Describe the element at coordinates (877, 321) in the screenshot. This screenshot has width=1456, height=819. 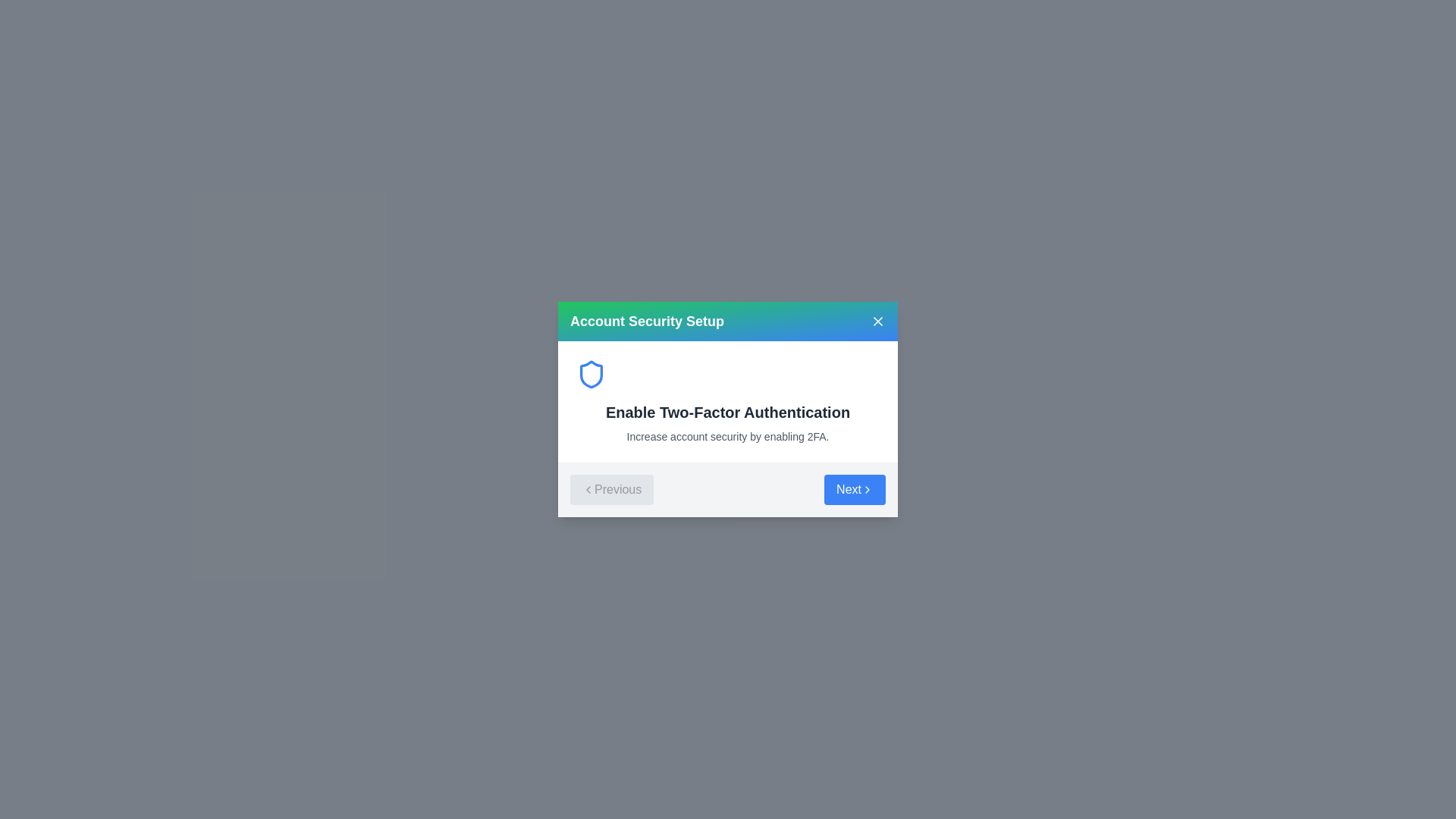
I see `the cross-shaped close button located in the title bar of the modal dialog box` at that location.